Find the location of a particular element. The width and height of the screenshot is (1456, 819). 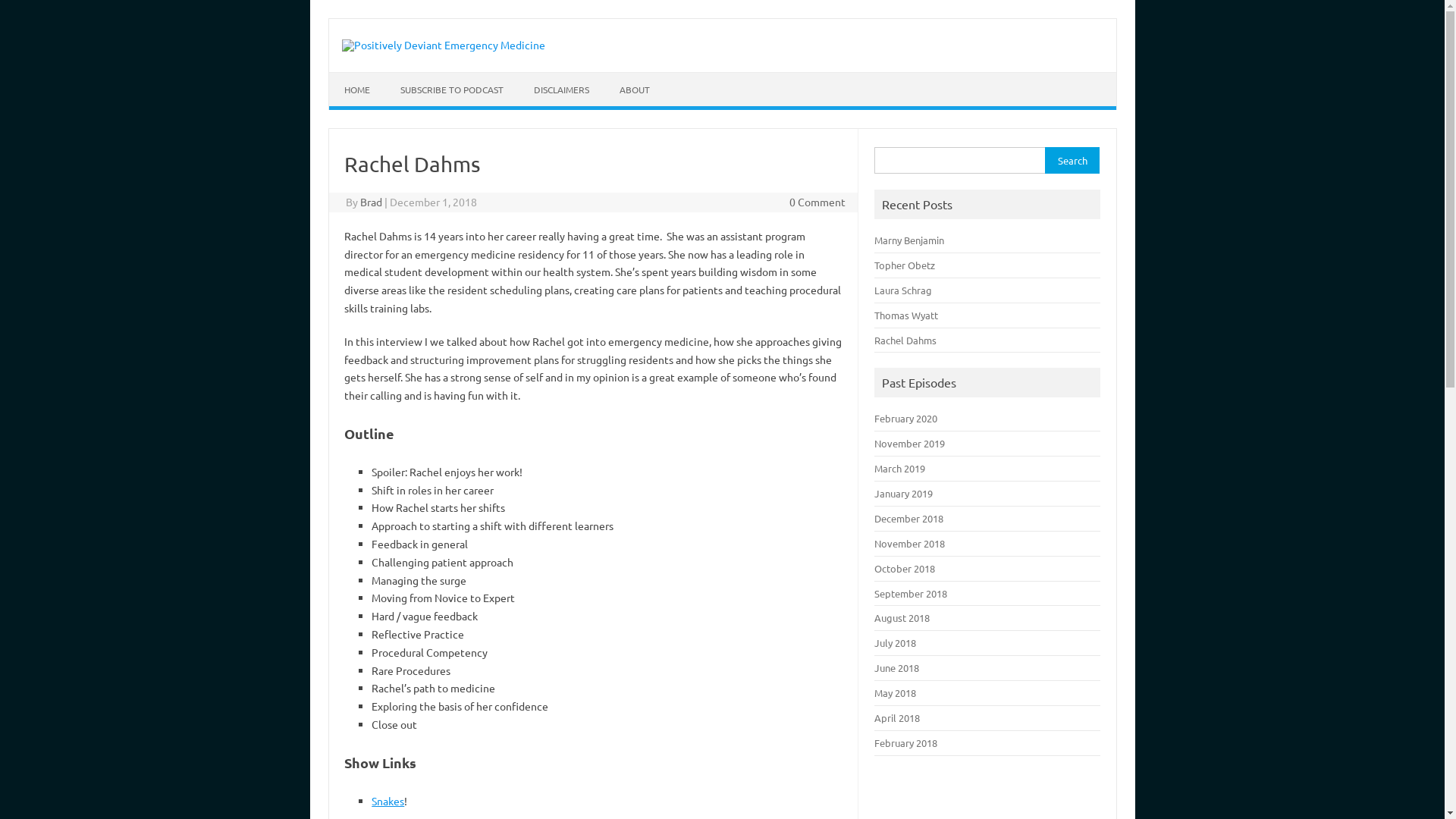

'Snakes' is located at coordinates (388, 800).